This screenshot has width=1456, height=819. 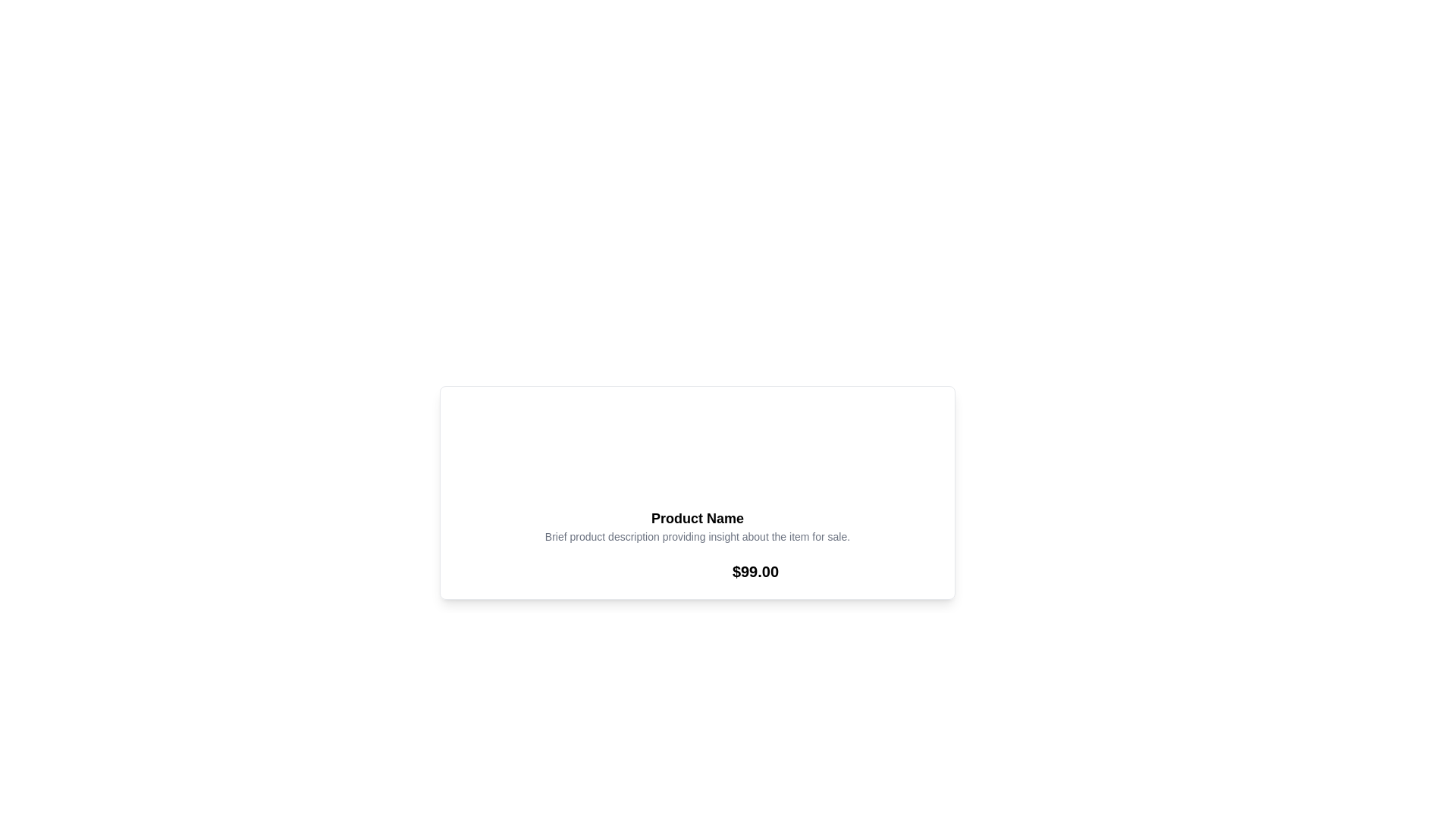 What do you see at coordinates (697, 517) in the screenshot?
I see `the text label that identifies the name of the product, which is located within the product card above the product description` at bounding box center [697, 517].